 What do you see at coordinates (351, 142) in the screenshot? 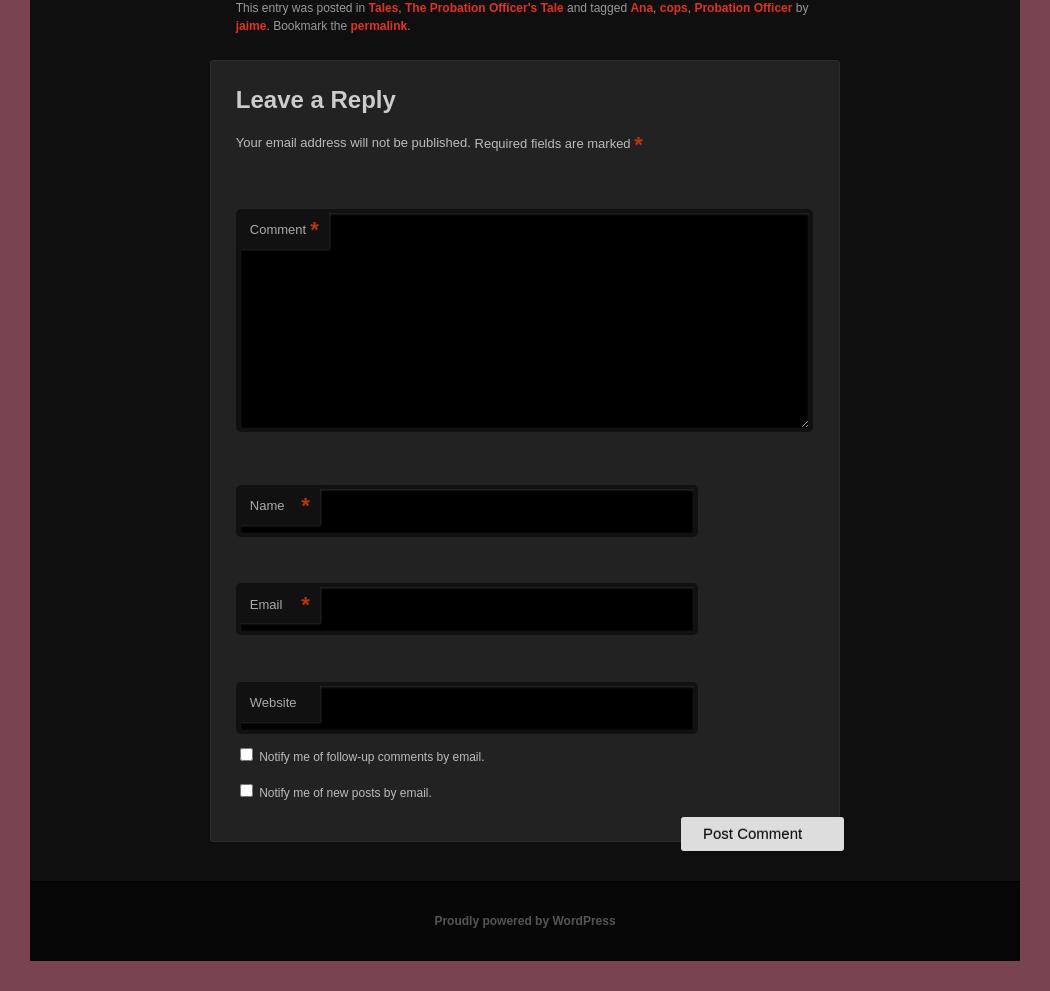
I see `'Your email address will not be published.'` at bounding box center [351, 142].